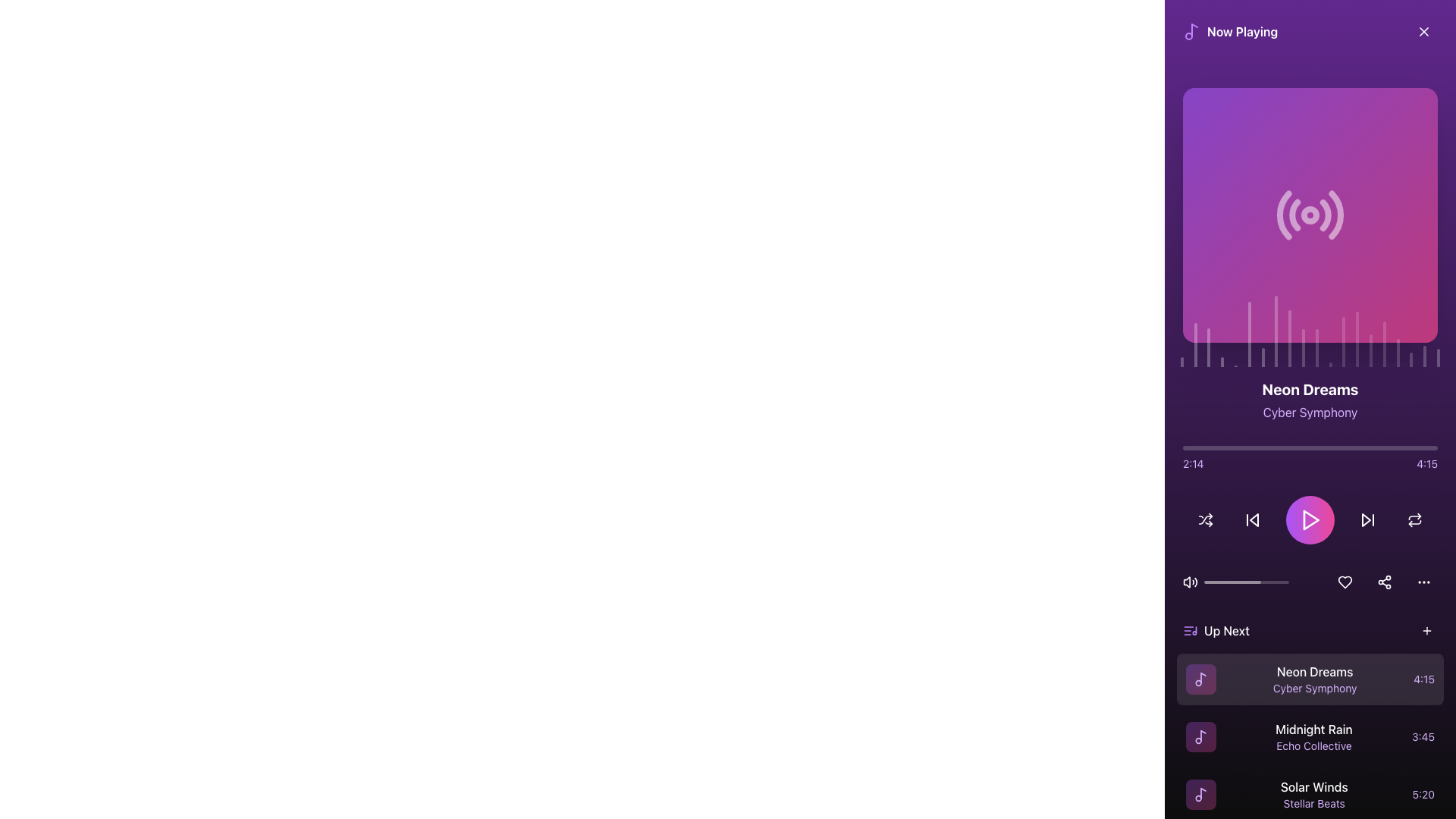  What do you see at coordinates (1249, 334) in the screenshot?
I see `the 6th vertical bar of the visual indicator (bar chart component) styled with rounded edges and a semi-transparent white color, which is part of a waveform or volume level display` at bounding box center [1249, 334].